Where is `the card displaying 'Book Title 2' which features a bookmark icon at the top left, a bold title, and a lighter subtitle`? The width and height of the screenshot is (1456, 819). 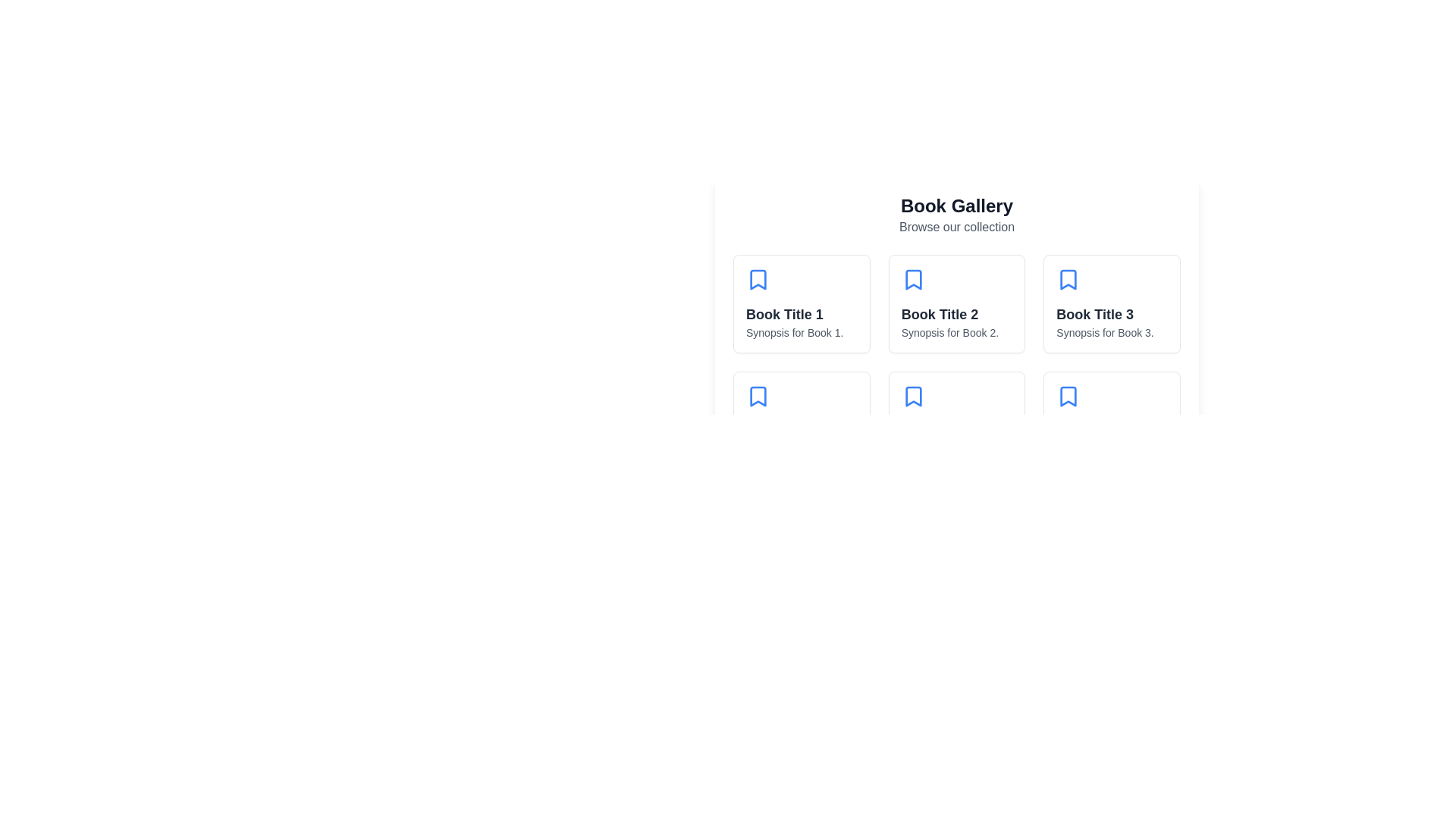
the card displaying 'Book Title 2' which features a bookmark icon at the top left, a bold title, and a lighter subtitle is located at coordinates (956, 304).